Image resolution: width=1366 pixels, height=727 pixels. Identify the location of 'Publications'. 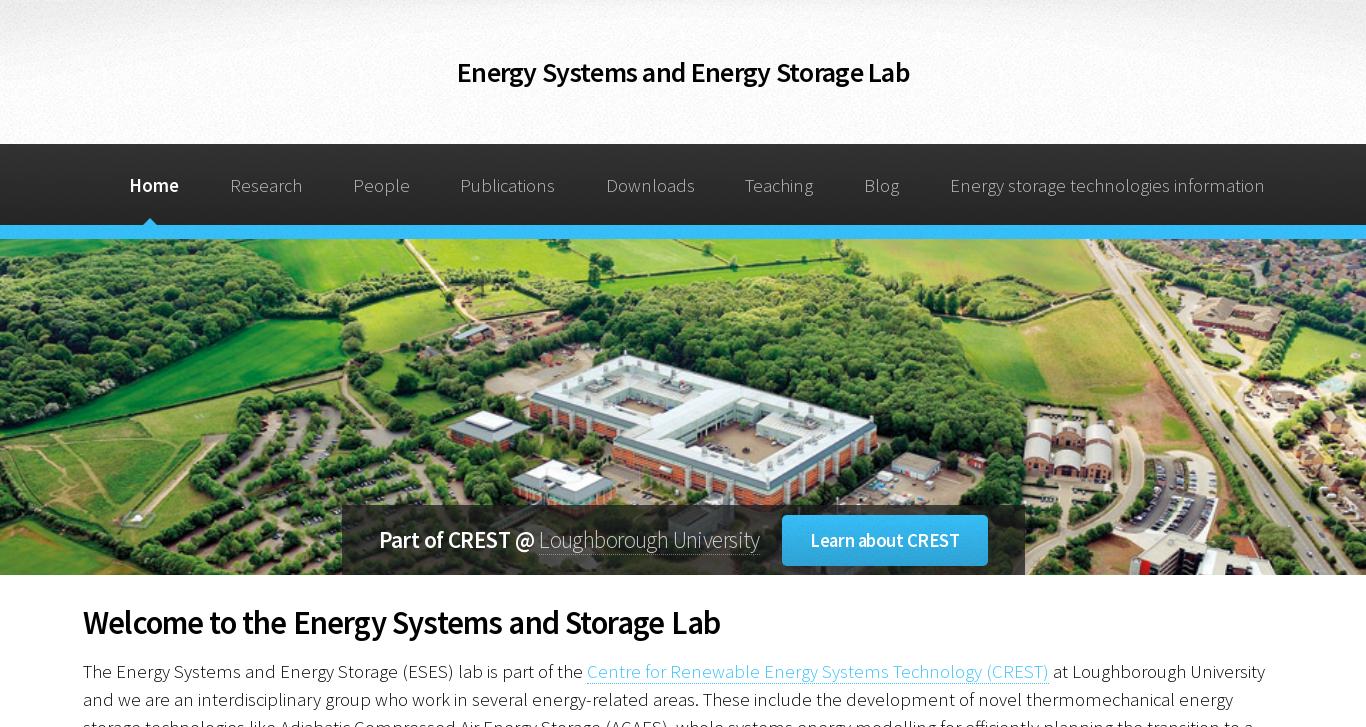
(507, 184).